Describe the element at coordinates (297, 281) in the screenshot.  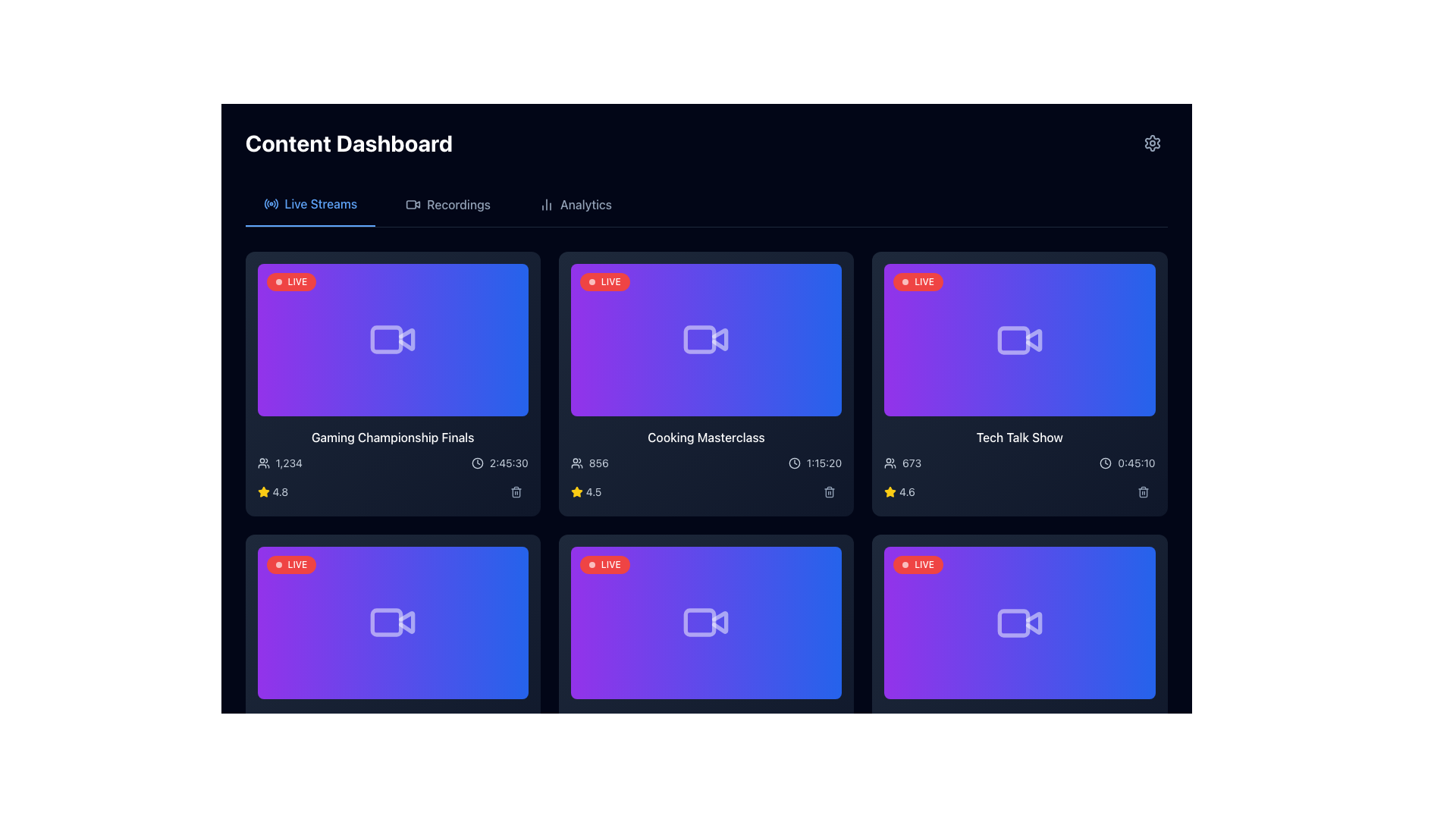
I see `the informational Text label indicating a live stream, located in the top-left corner of a card, next to a small animated white dot` at that location.